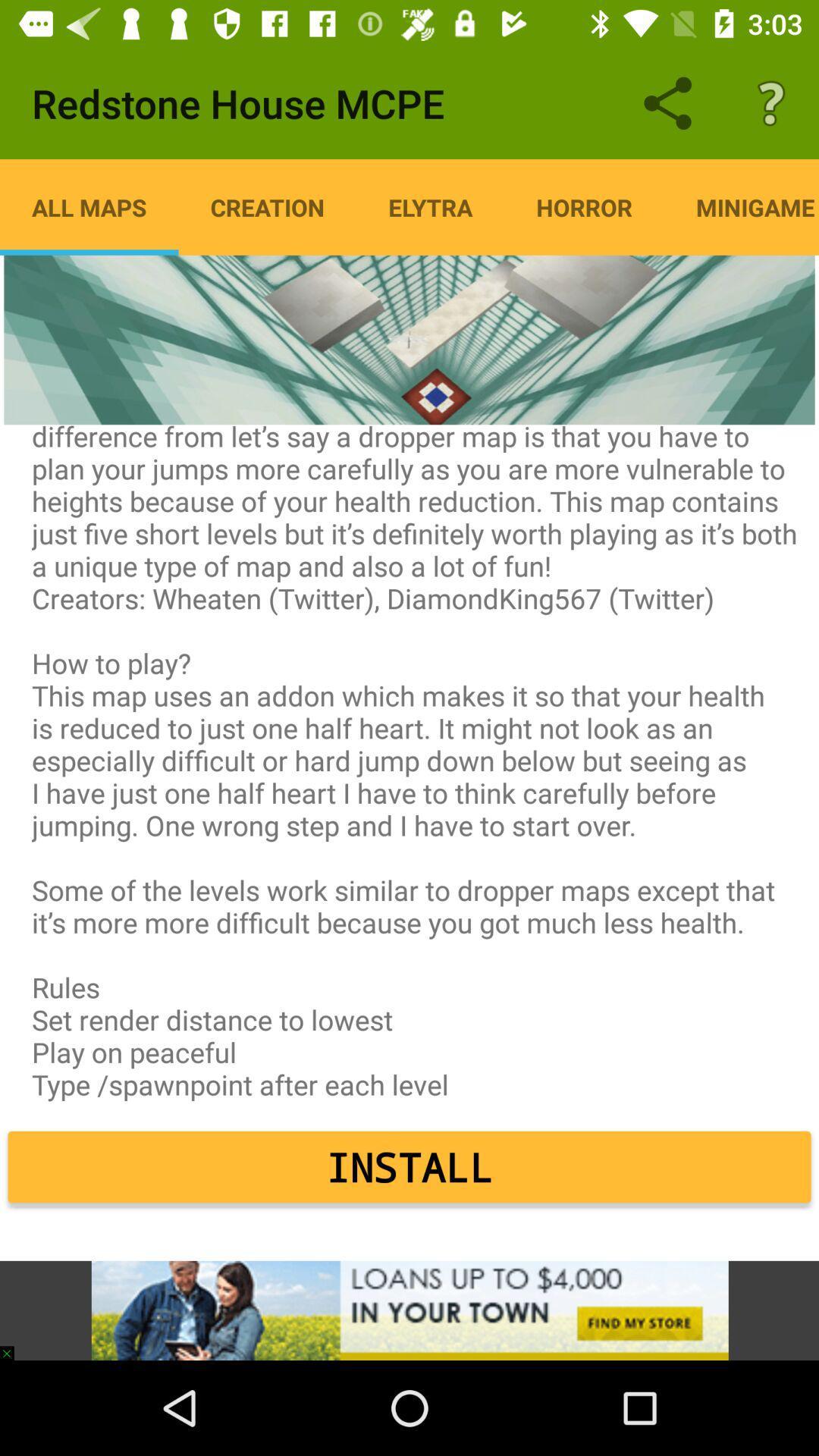 The image size is (819, 1456). I want to click on icon to the left of horror, so click(430, 206).